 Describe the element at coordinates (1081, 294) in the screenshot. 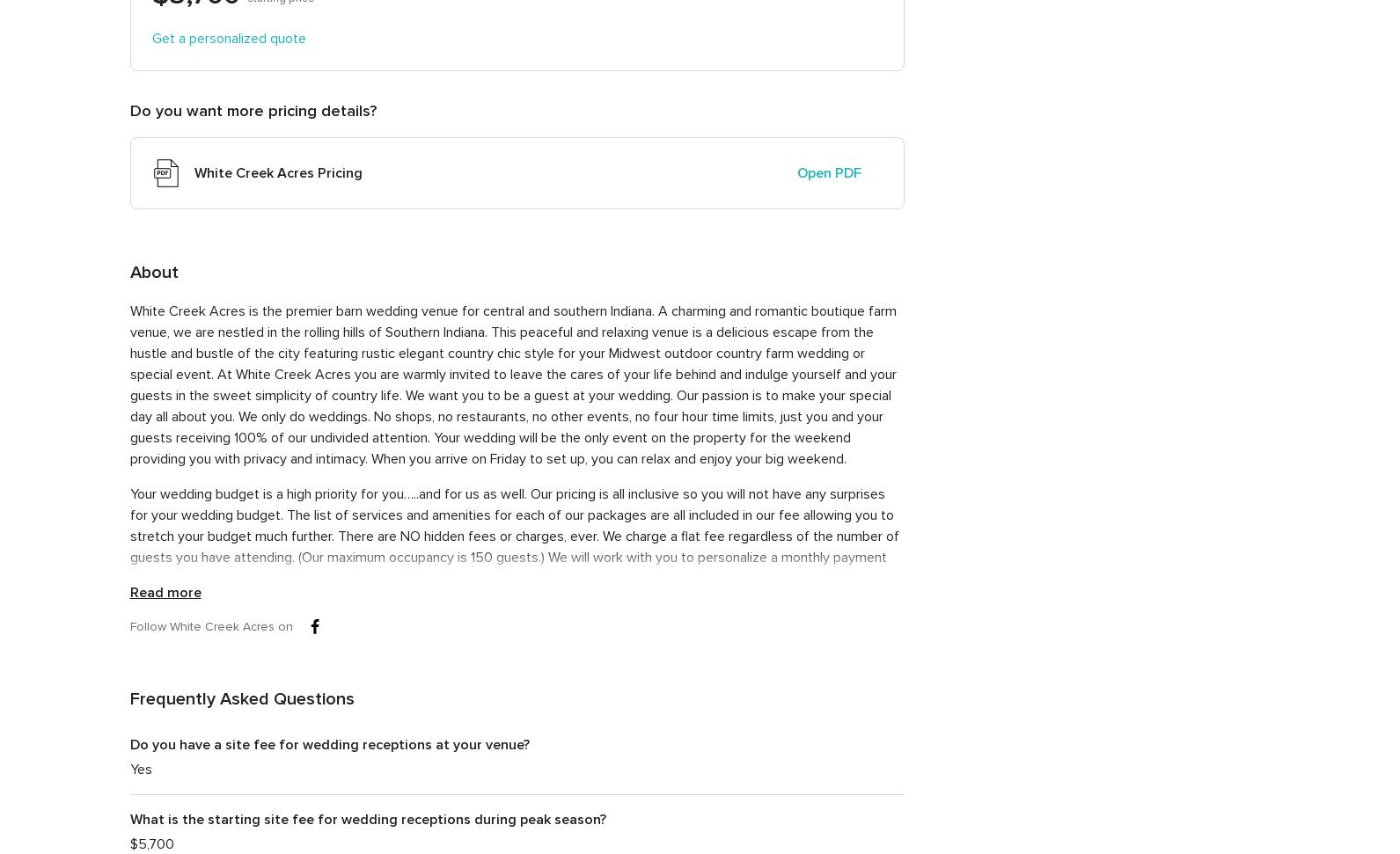

I see `'4.8'` at that location.